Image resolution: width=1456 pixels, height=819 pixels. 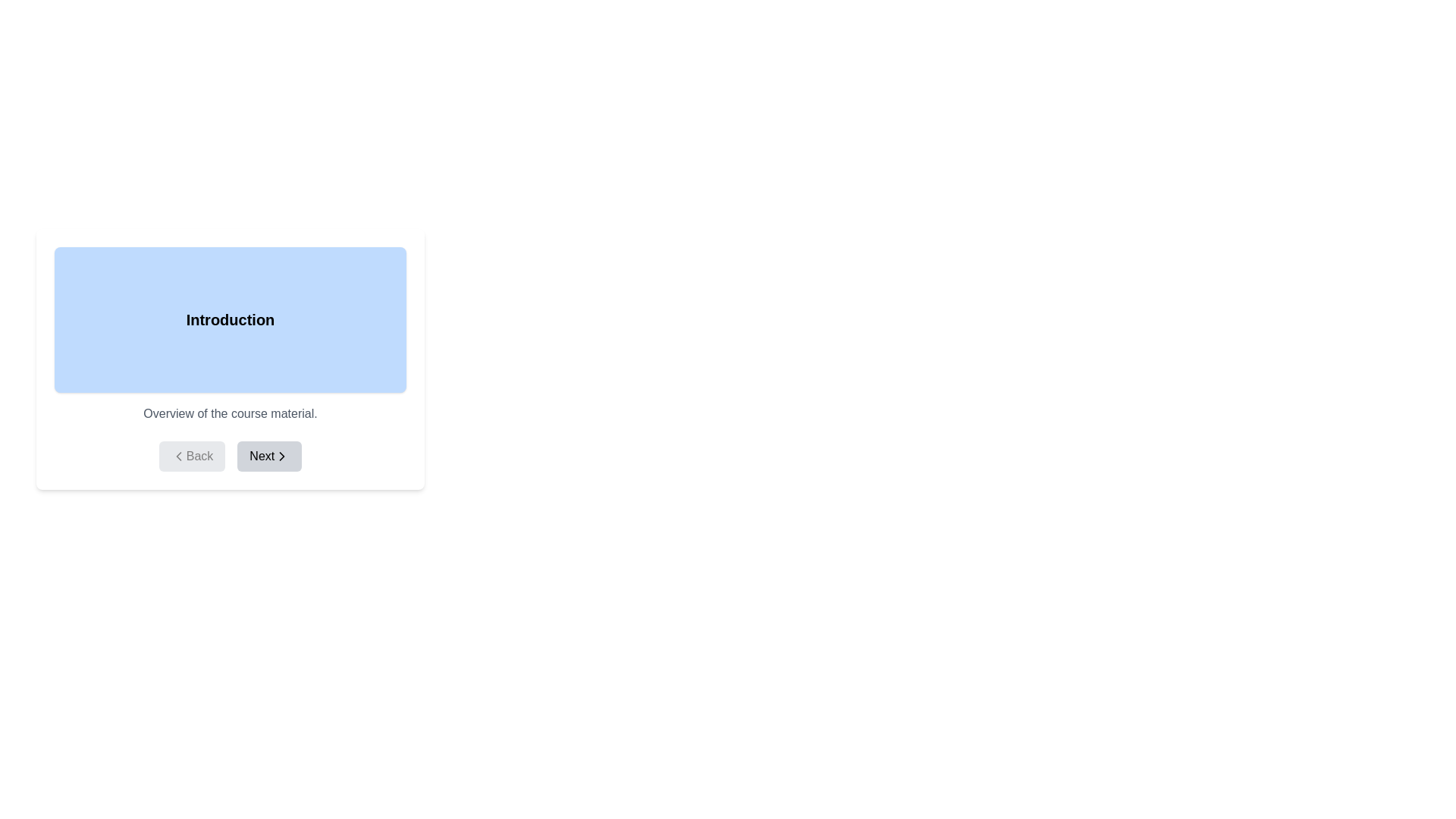 I want to click on the 'Back' button with a light-gray background and black text, located to the left of the 'Next' button at the bottom of a card-like component, so click(x=191, y=455).